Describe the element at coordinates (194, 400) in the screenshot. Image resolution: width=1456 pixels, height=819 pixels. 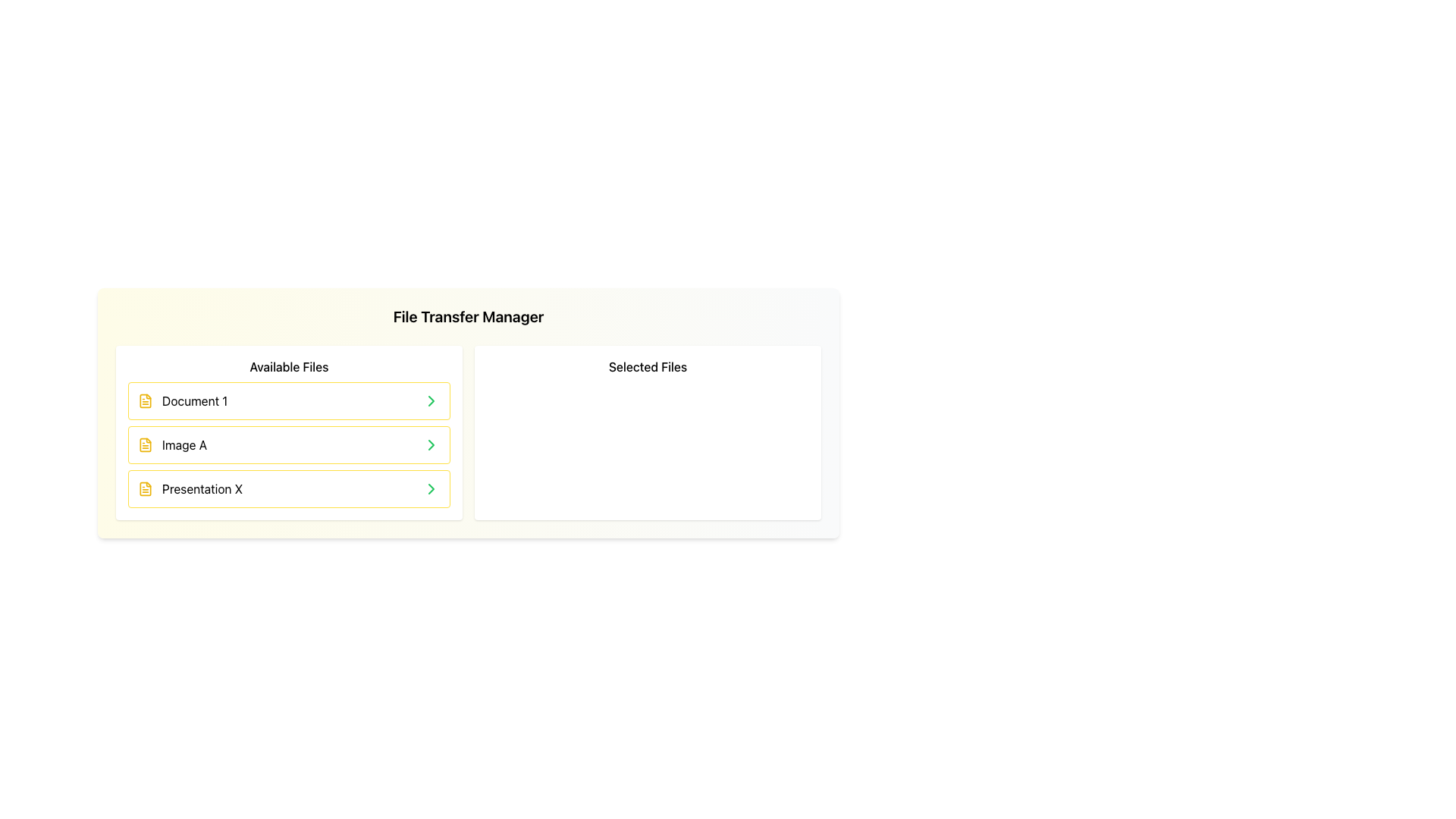
I see `text label that identifies the file named 'Document 1' located in the first row of the 'Available Files' panel` at that location.